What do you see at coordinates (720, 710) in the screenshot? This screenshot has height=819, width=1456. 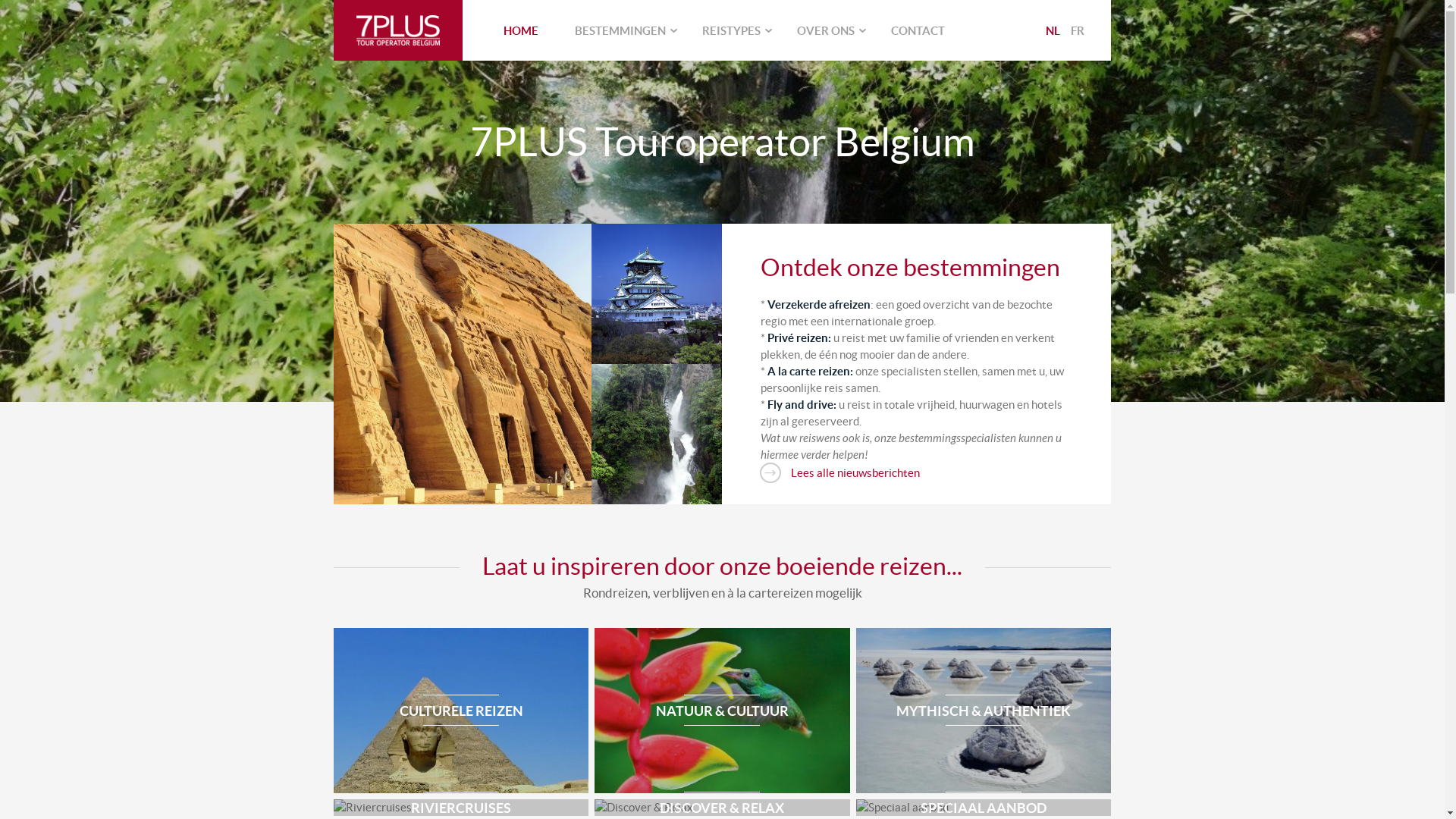 I see `'Natuur & Cultuur'` at bounding box center [720, 710].